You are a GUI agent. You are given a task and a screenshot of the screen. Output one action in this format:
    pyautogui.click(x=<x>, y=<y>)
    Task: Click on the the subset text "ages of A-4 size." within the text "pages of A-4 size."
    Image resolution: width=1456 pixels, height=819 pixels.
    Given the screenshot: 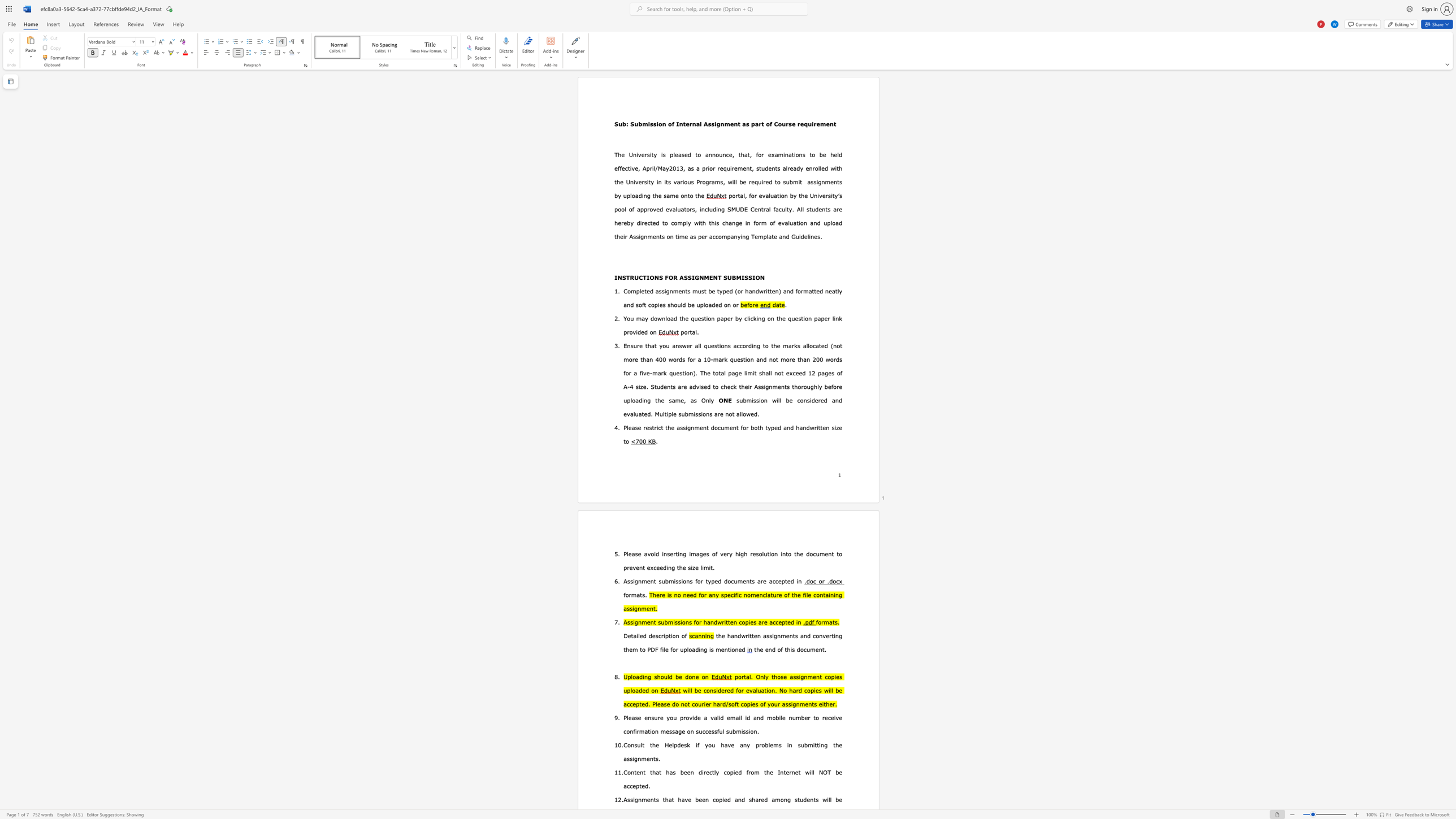 What is the action you would take?
    pyautogui.click(x=821, y=372)
    